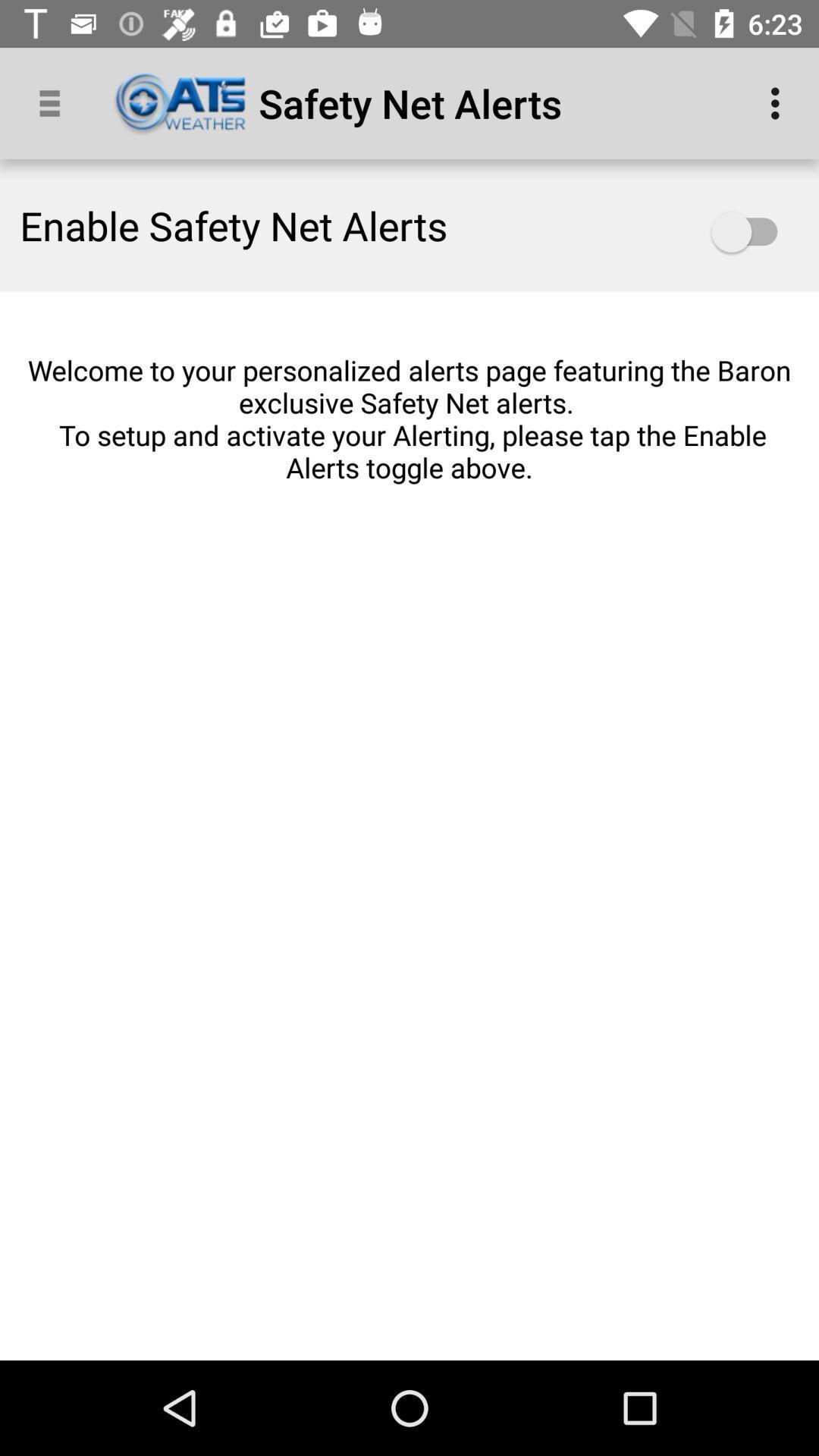  I want to click on app next to safety net alerts app, so click(779, 102).